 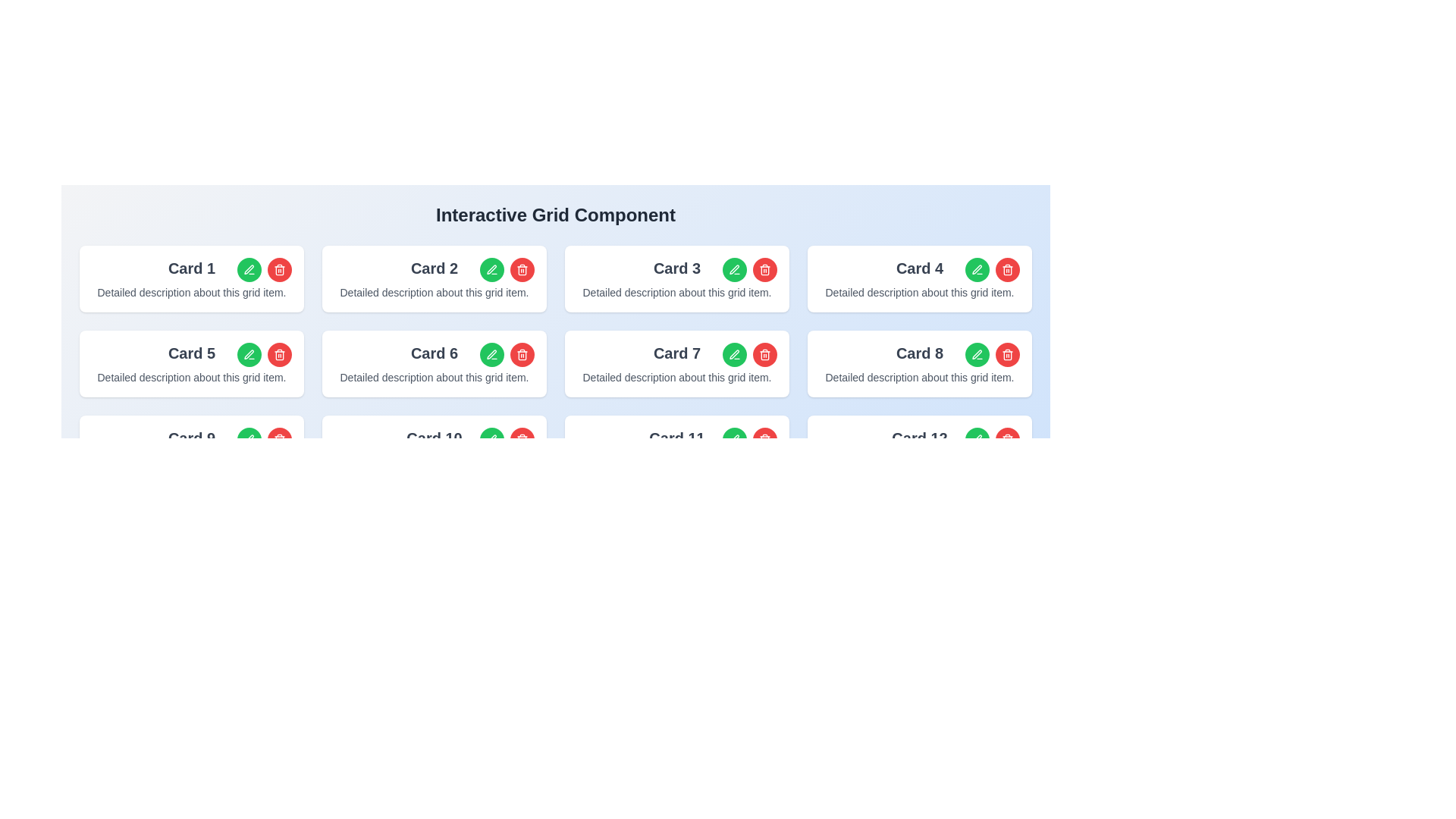 What do you see at coordinates (507, 354) in the screenshot?
I see `the red circular delete button with a trash can icon located in the top-right corner of 'Card 6'` at bounding box center [507, 354].